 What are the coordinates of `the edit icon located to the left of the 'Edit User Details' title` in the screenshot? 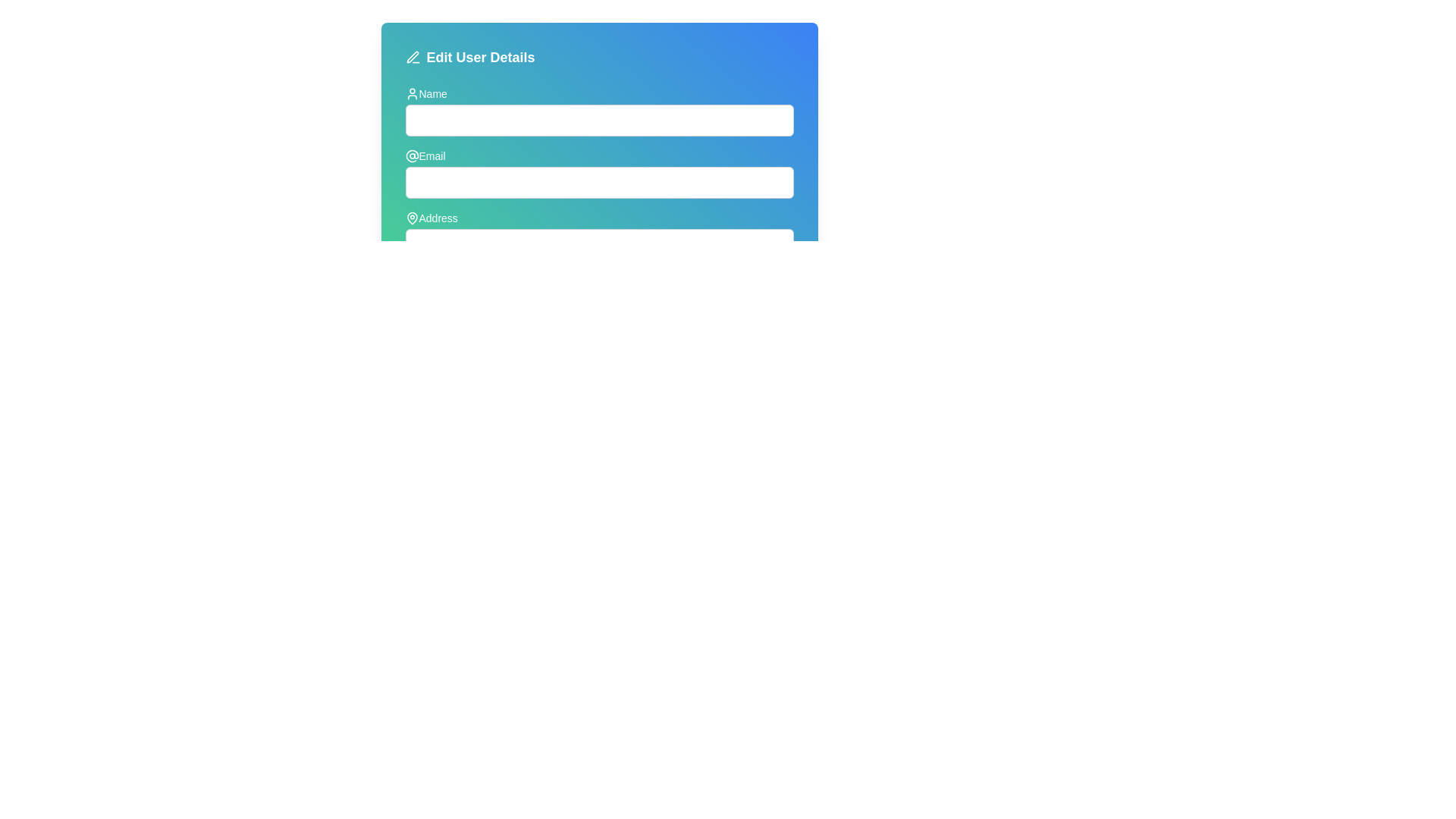 It's located at (413, 57).